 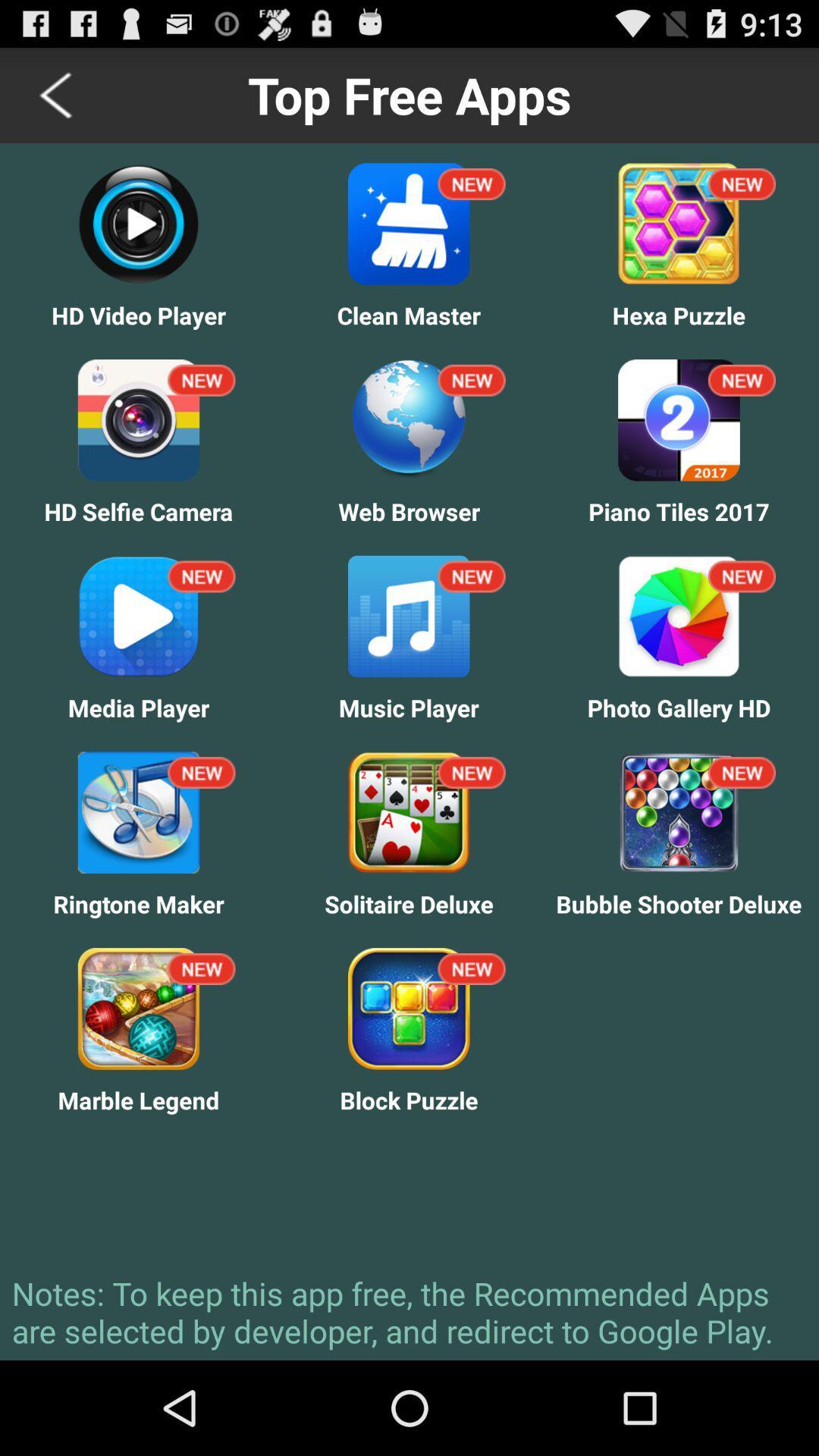 I want to click on the new which is above photo gallery hd image, so click(x=741, y=576).